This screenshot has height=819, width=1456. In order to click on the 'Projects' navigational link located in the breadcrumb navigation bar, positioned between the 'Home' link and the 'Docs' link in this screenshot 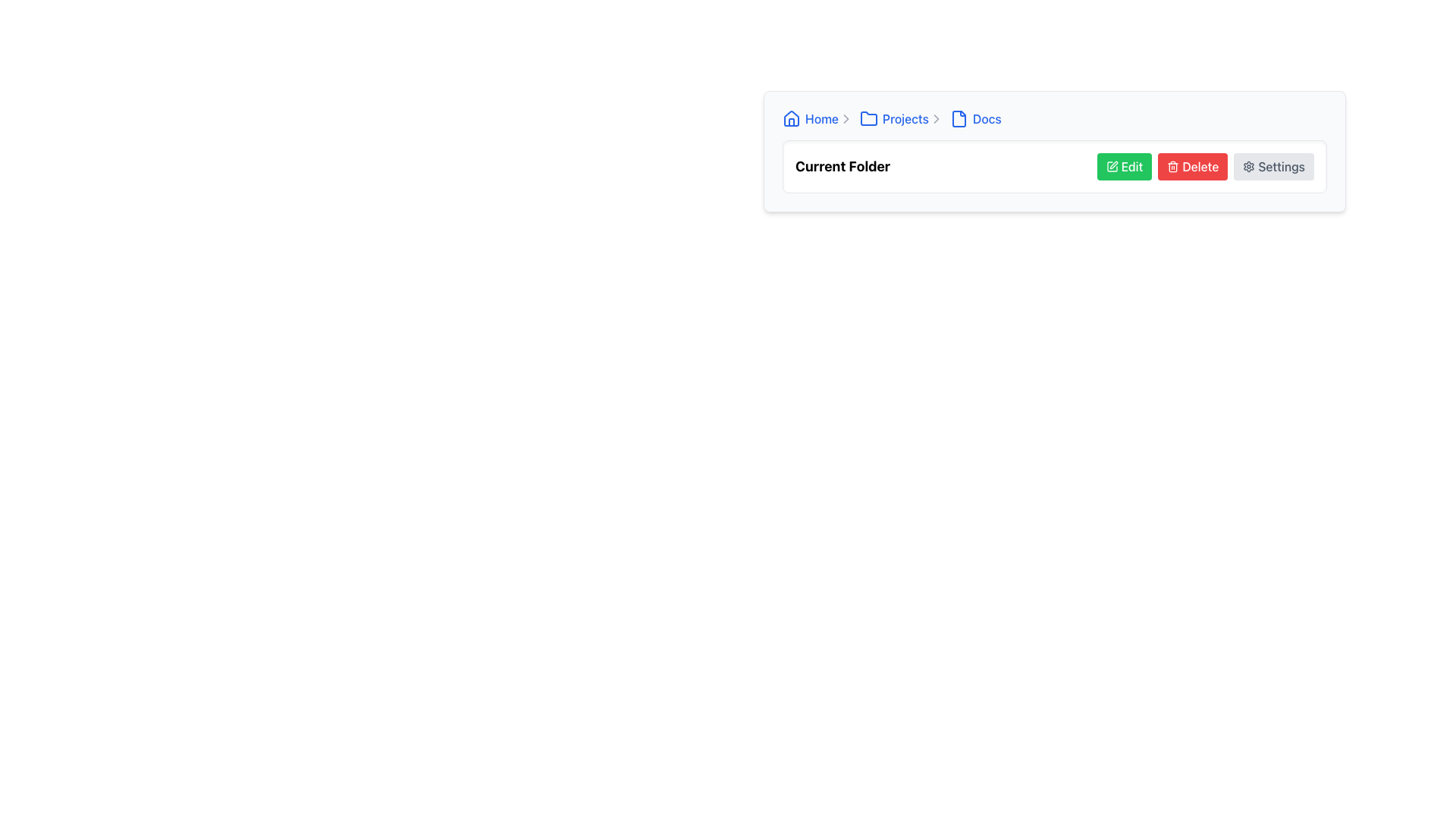, I will do `click(902, 118)`.